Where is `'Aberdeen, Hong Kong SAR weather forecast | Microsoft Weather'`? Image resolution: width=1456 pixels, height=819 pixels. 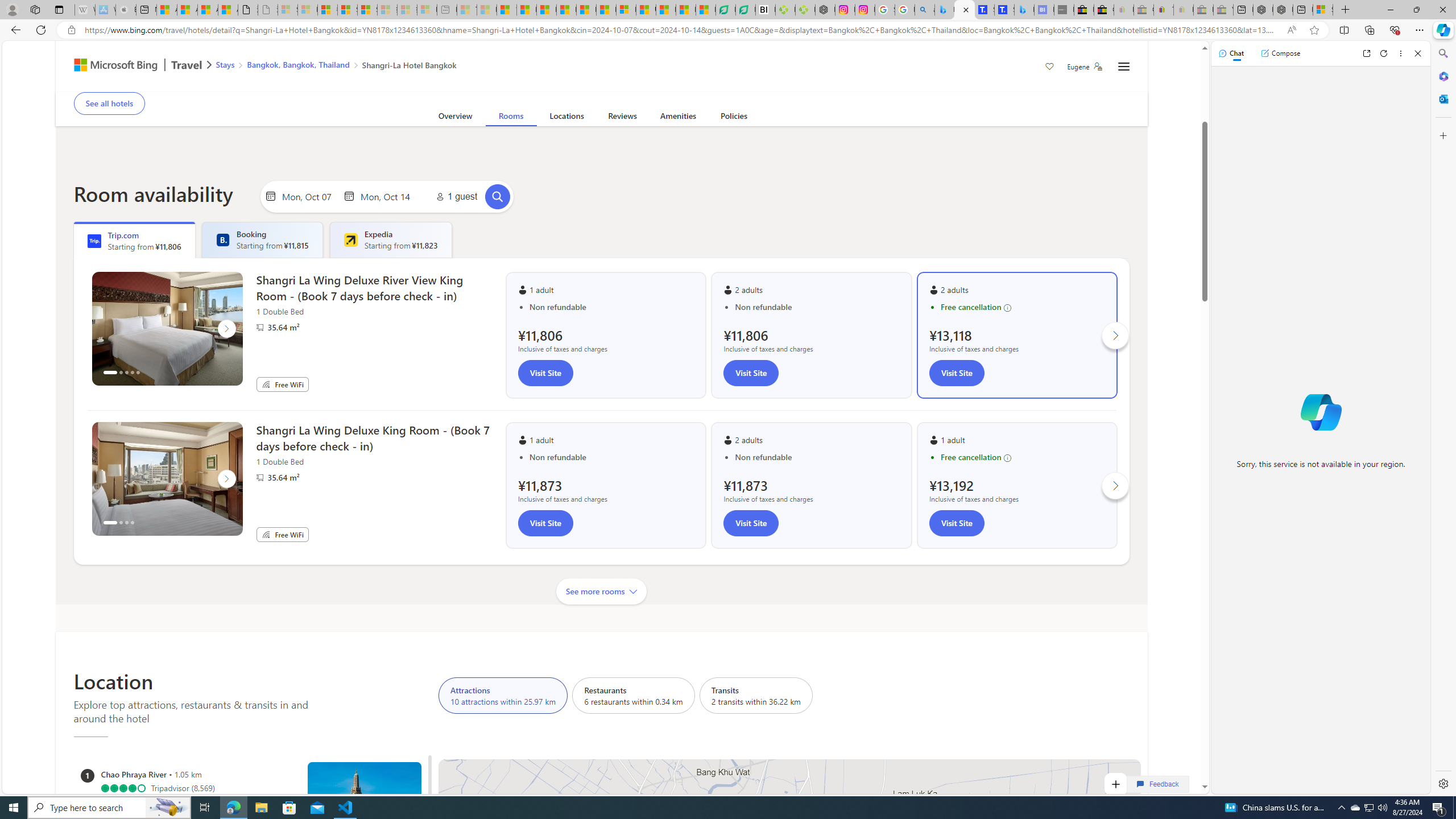
'Aberdeen, Hong Kong SAR weather forecast | Microsoft Weather' is located at coordinates (186, 9).